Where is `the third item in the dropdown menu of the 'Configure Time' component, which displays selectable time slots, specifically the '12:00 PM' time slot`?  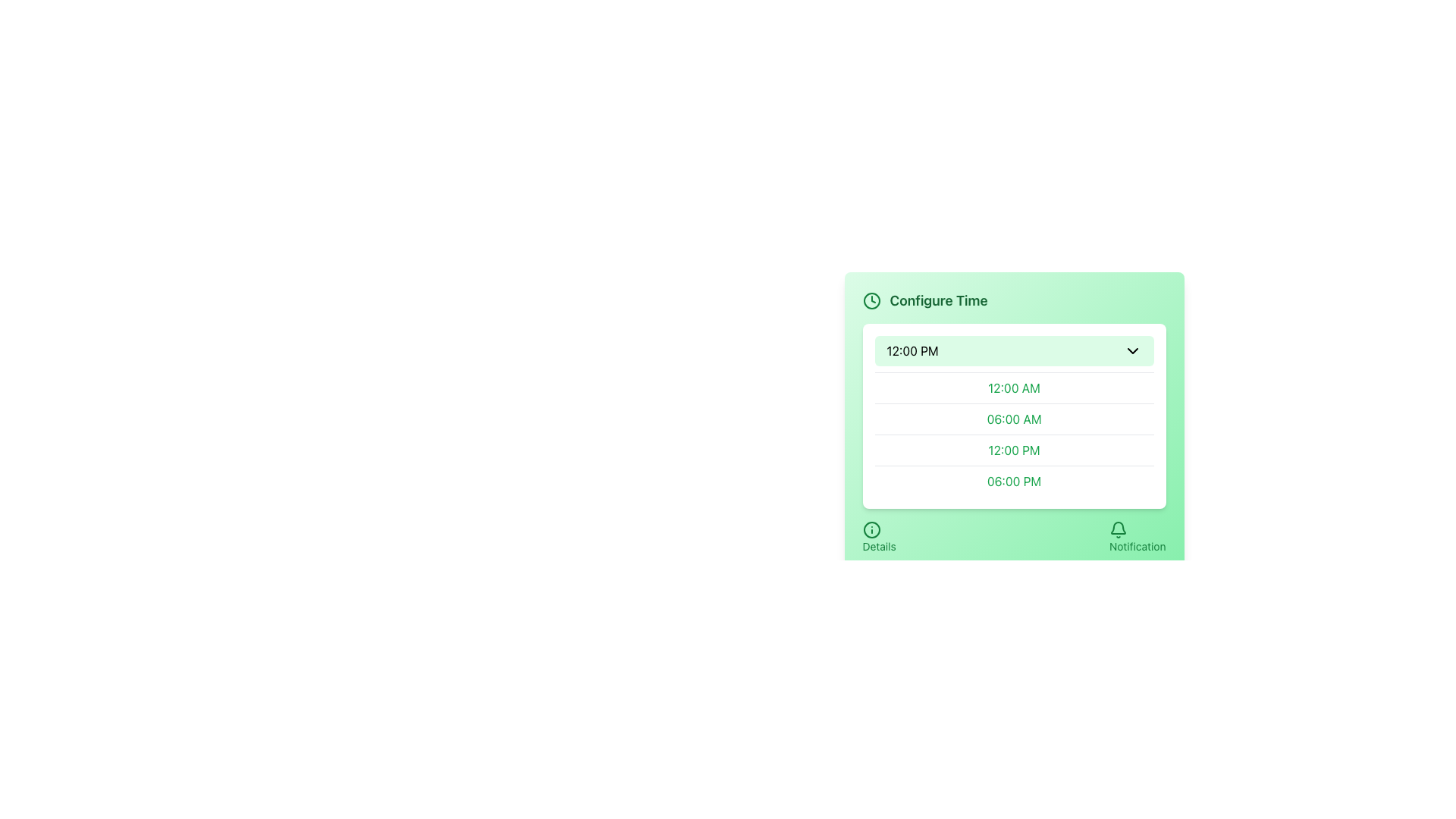 the third item in the dropdown menu of the 'Configure Time' component, which displays selectable time slots, specifically the '12:00 PM' time slot is located at coordinates (1014, 435).